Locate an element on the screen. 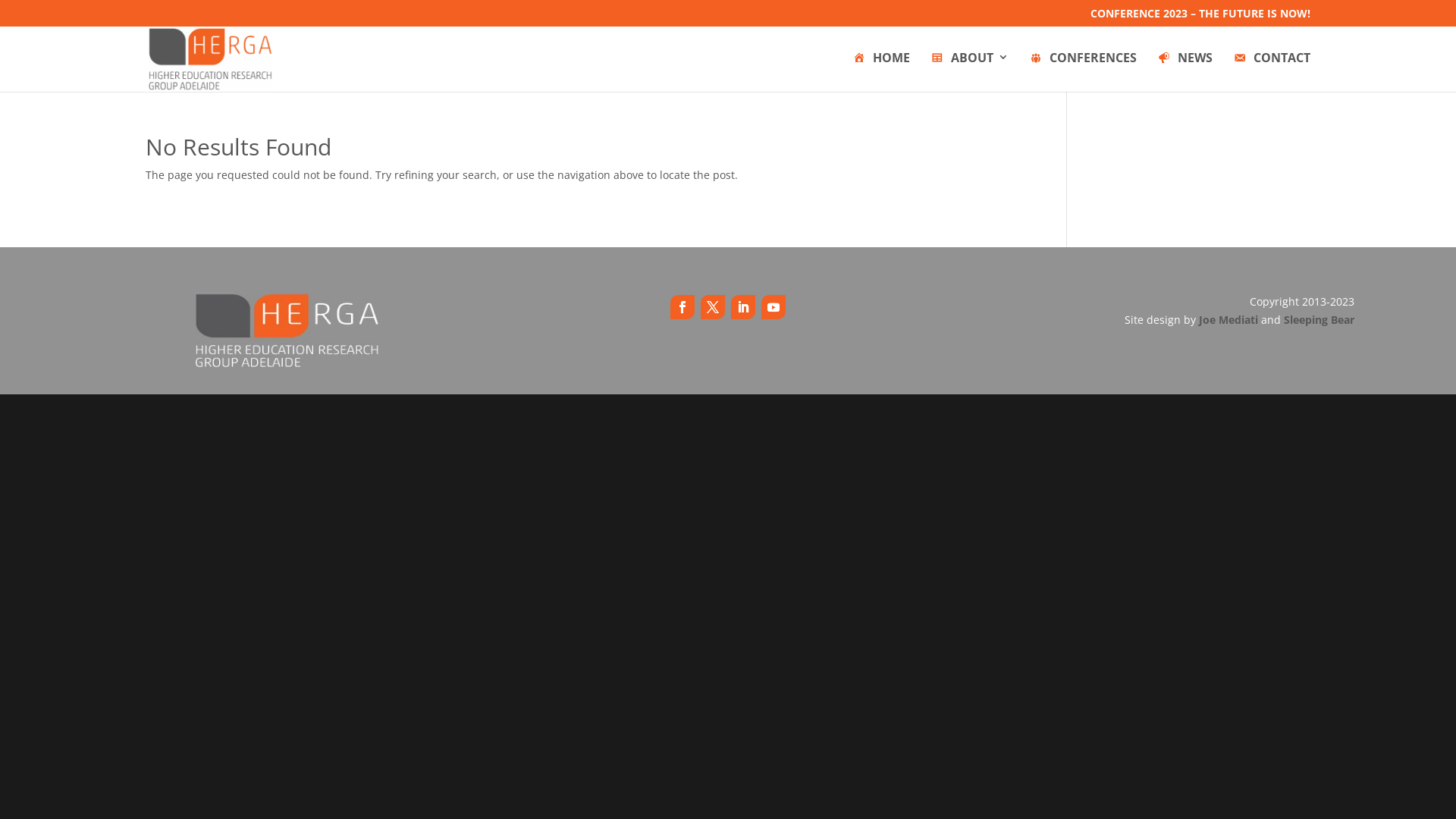 This screenshot has width=1456, height=819. 'Follow on Youtube' is located at coordinates (773, 307).